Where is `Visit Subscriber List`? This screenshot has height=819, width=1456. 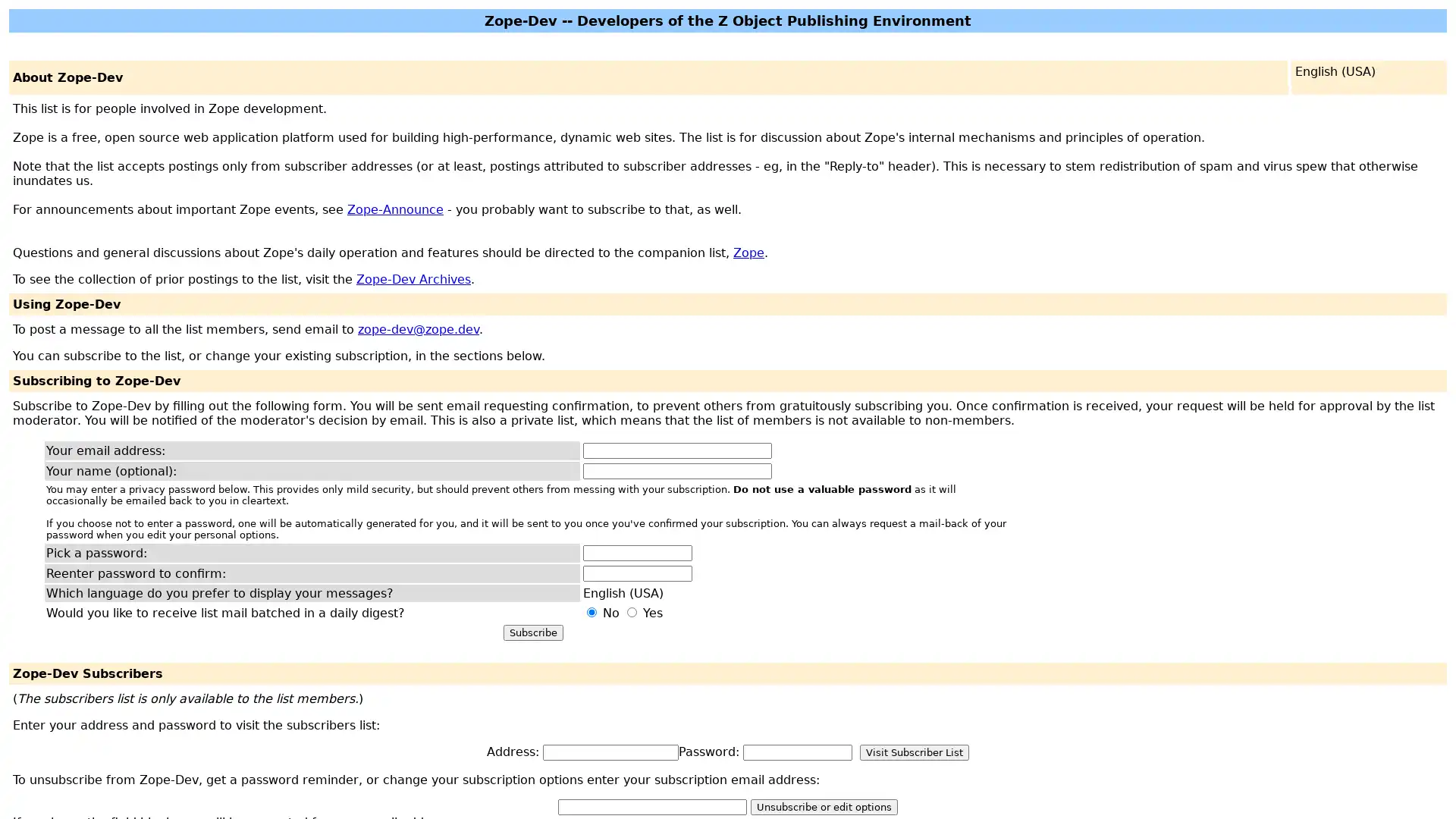 Visit Subscriber List is located at coordinates (913, 752).